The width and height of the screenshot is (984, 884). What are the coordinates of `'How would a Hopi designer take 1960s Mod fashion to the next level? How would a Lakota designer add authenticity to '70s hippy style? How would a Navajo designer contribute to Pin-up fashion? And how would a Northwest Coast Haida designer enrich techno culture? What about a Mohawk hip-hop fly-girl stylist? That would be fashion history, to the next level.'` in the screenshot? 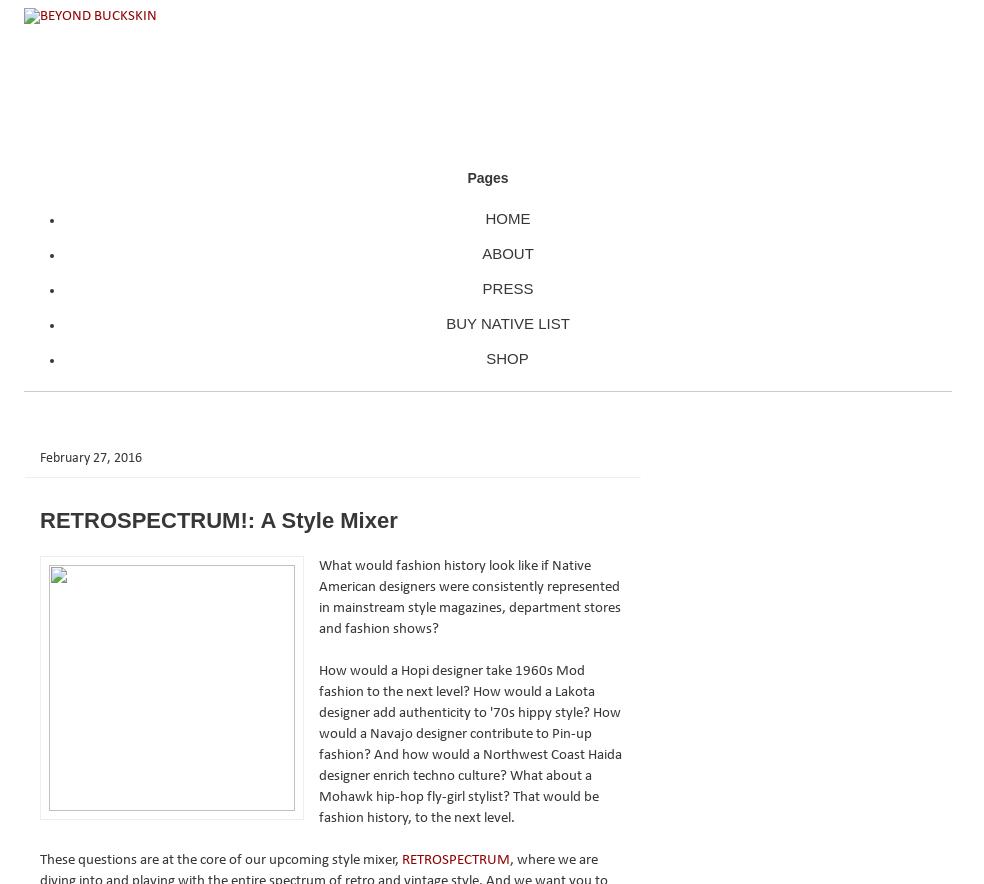 It's located at (470, 743).